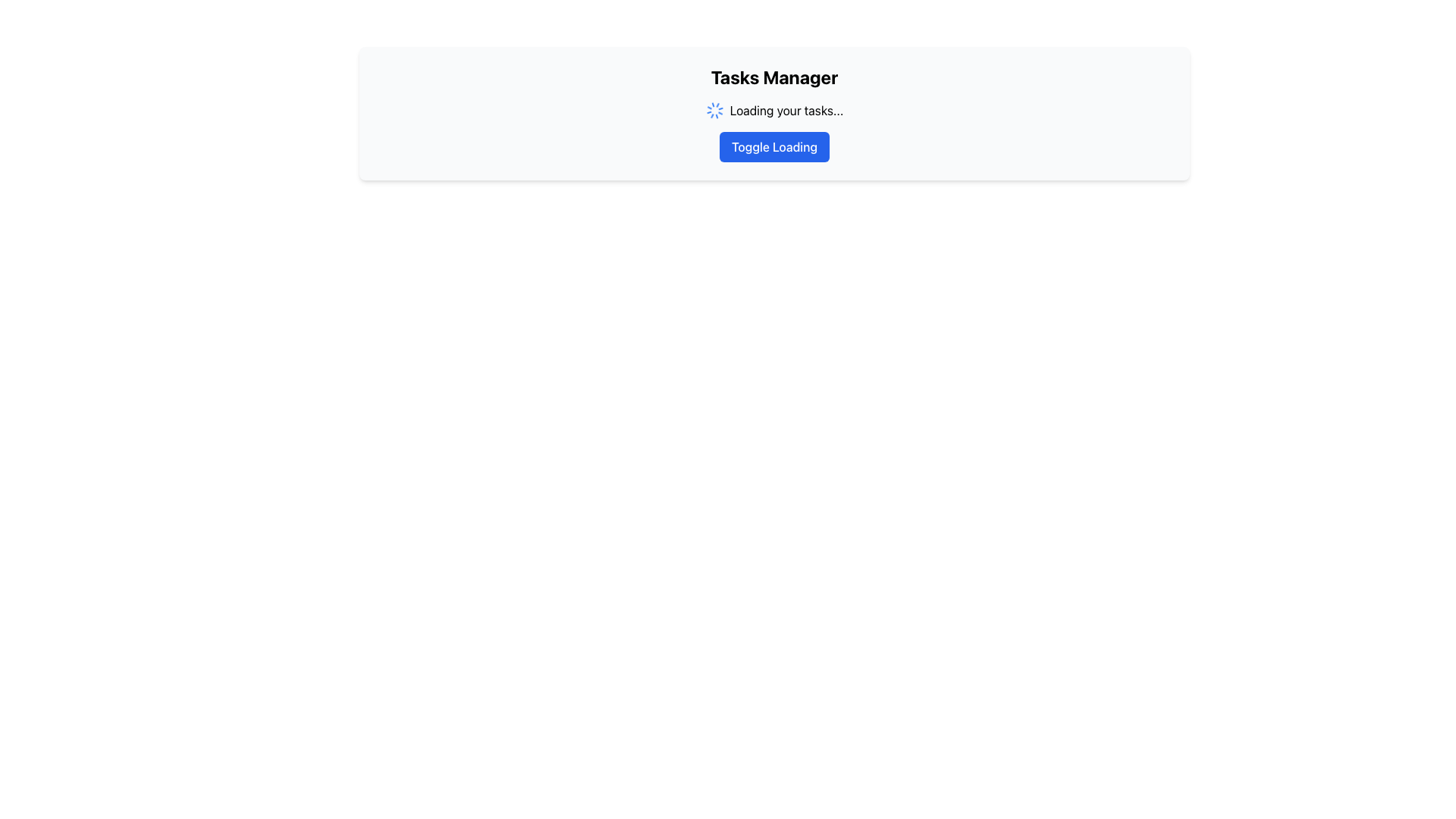 Image resolution: width=1456 pixels, height=819 pixels. What do you see at coordinates (786, 110) in the screenshot?
I see `the static text label displaying 'Loading your tasks...' located to the right of the animated spinner icon` at bounding box center [786, 110].